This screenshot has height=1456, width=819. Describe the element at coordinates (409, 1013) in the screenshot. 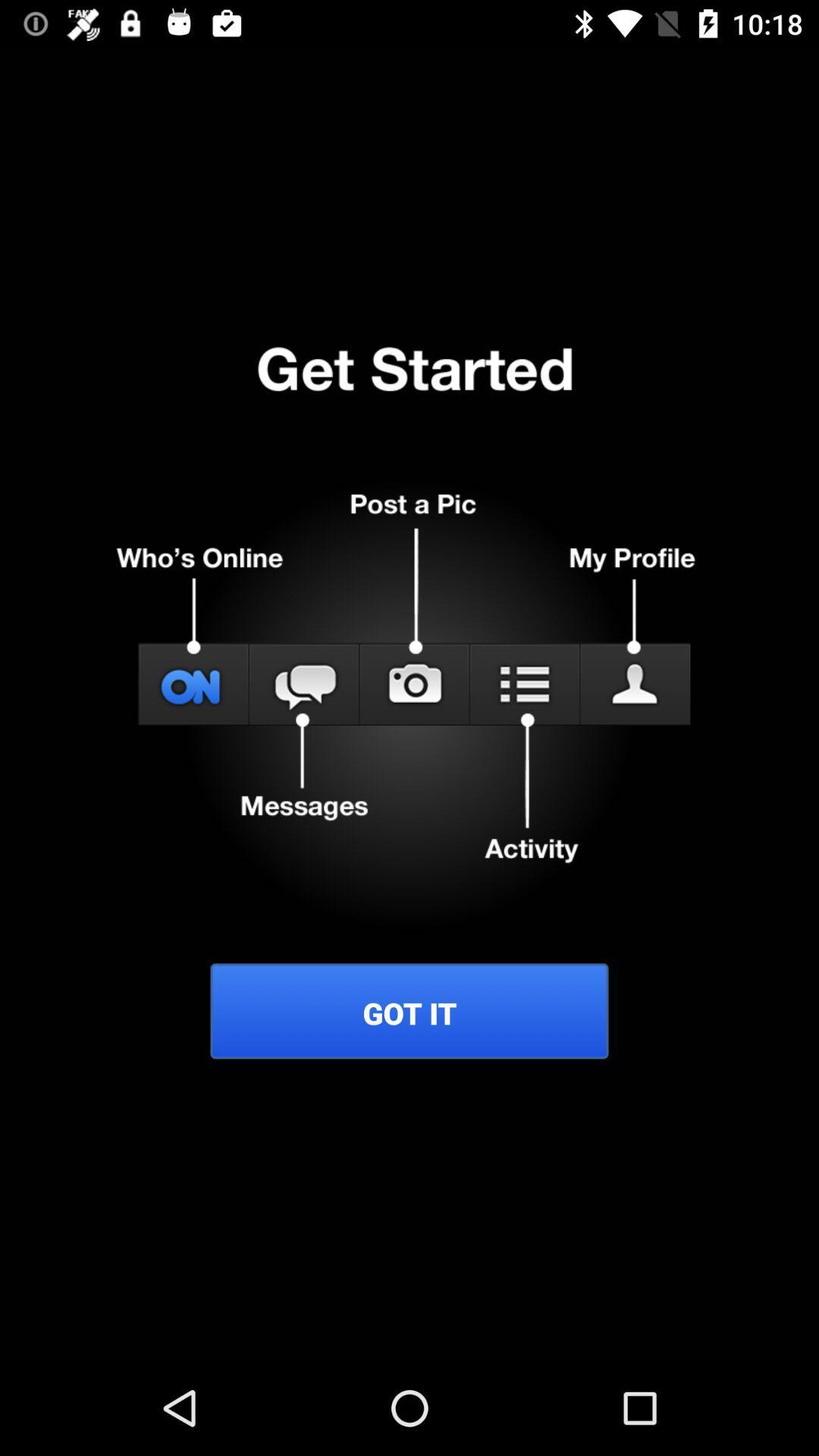

I see `got it item` at that location.